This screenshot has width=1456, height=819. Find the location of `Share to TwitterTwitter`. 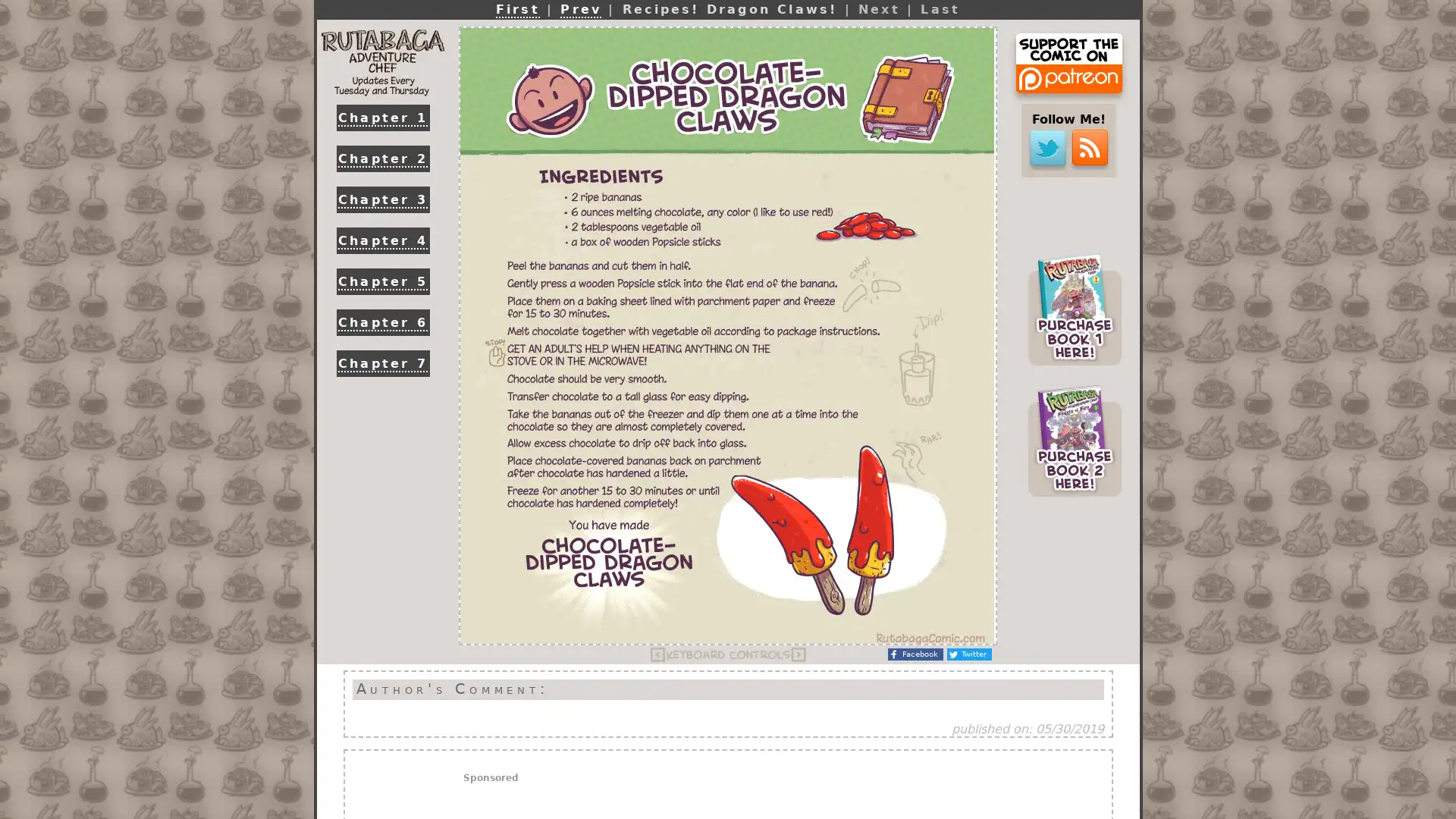

Share to TwitterTwitter is located at coordinates (968, 654).